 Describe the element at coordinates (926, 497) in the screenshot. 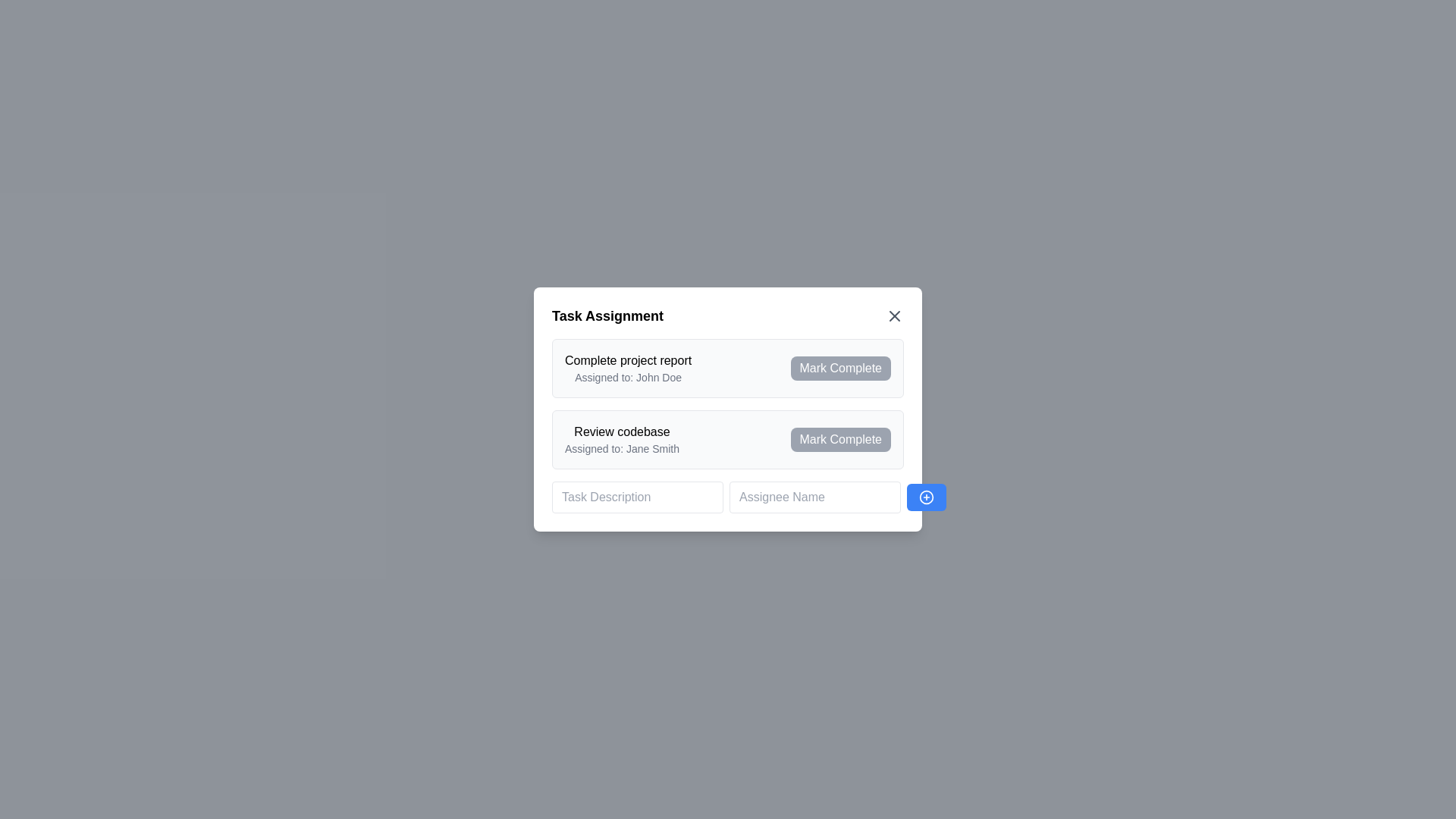

I see `the circular plus icon embedded in the button located at the bottom-right corner of the modal dialog box` at that location.